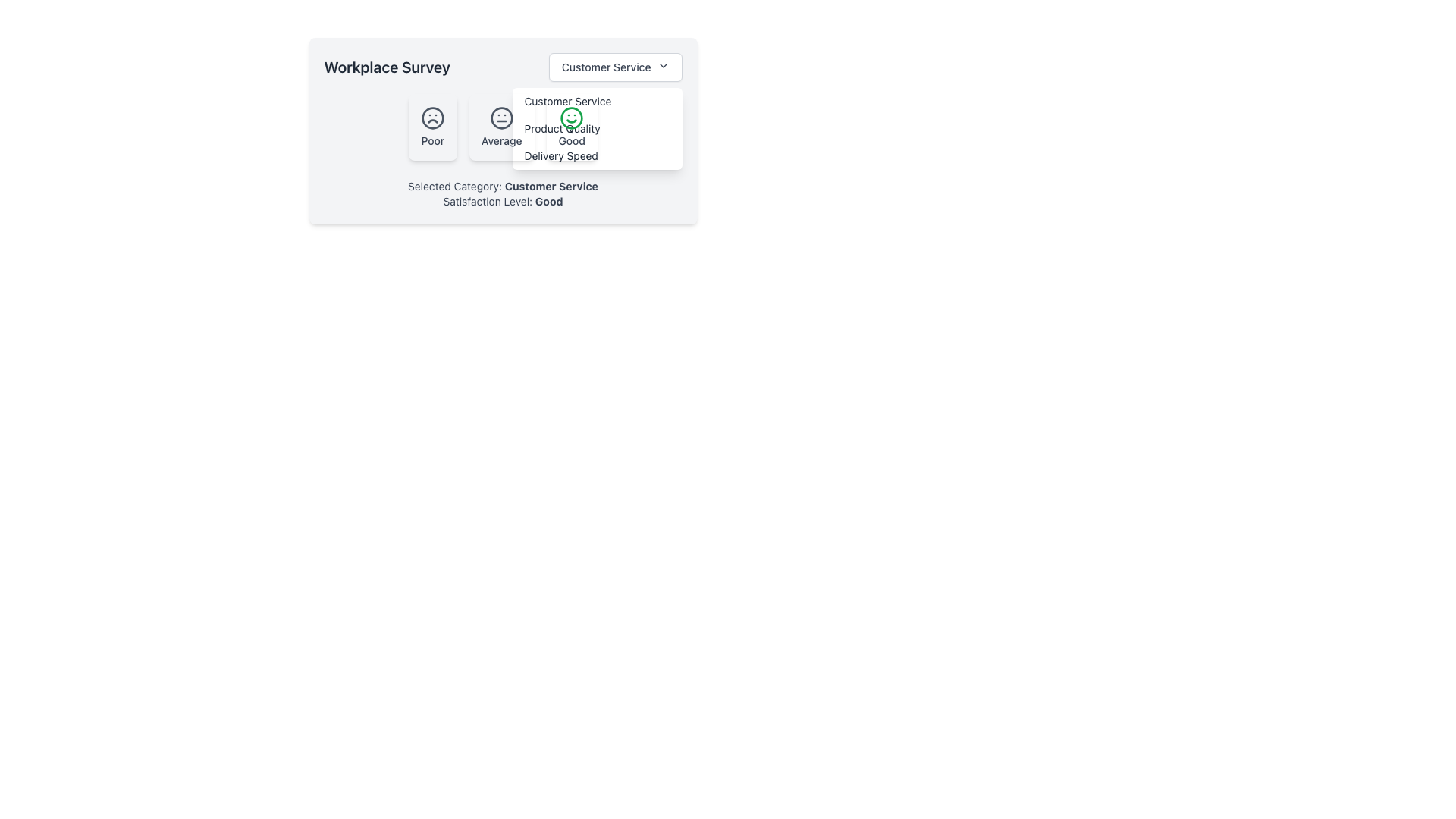 This screenshot has height=819, width=1456. I want to click on the 'Customer Service' text label, which is displayed in bold and part of the phrase 'Selected Category: Customer Service', so click(551, 185).